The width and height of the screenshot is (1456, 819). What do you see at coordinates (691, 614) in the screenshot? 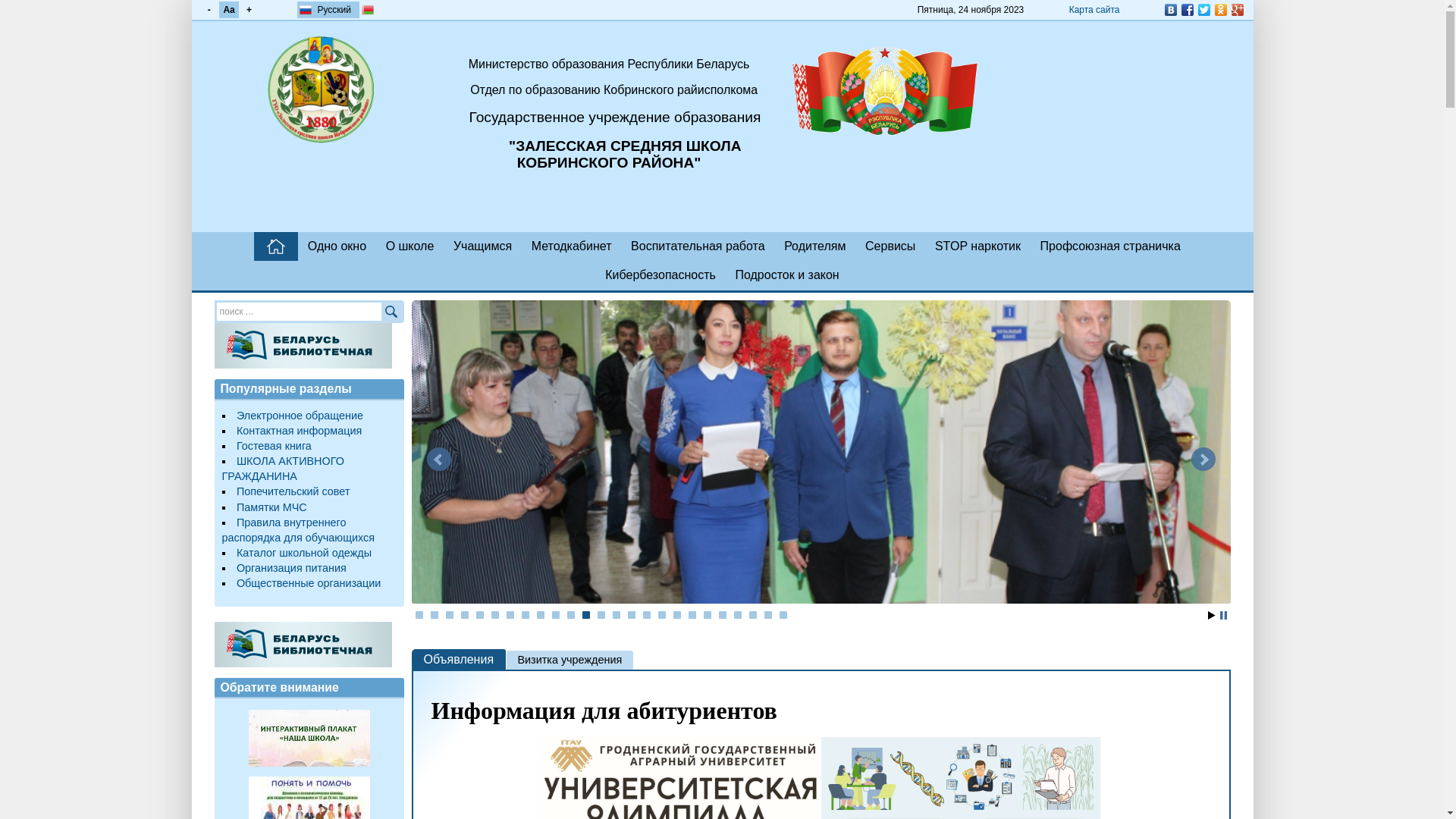
I see `'19'` at bounding box center [691, 614].